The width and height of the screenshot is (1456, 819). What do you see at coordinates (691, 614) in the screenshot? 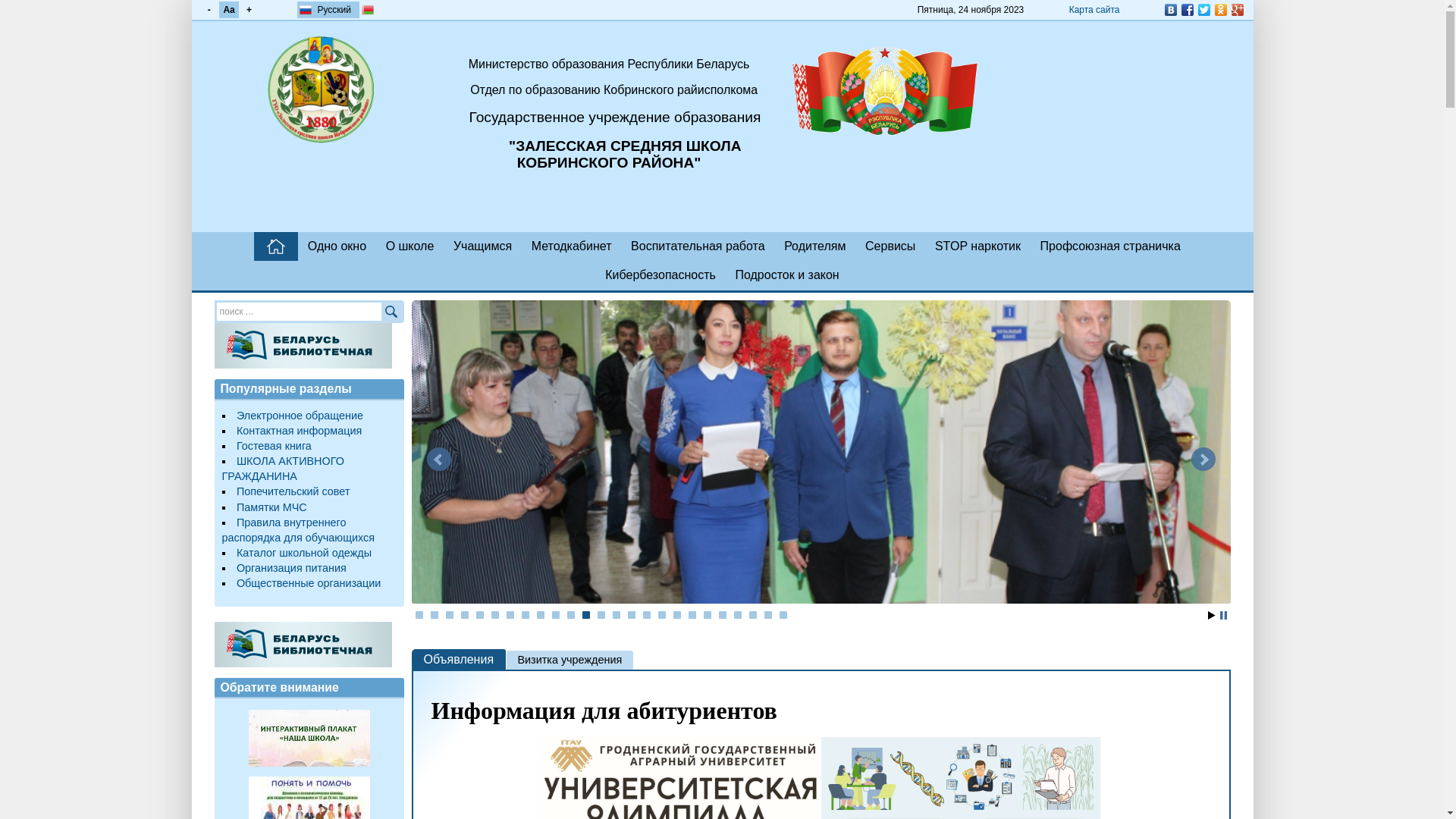
I see `'19'` at bounding box center [691, 614].